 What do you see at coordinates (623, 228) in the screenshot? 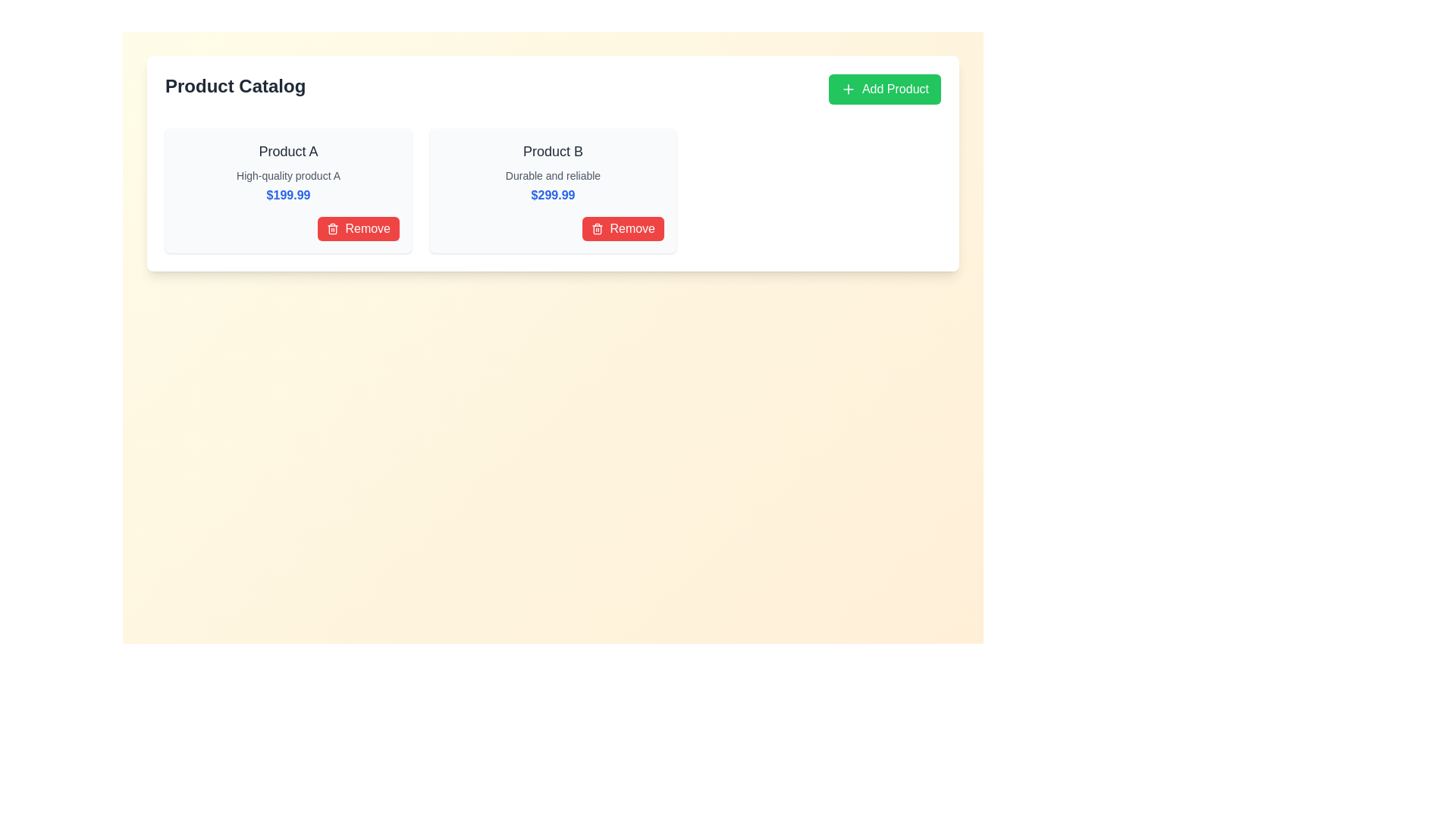
I see `the button that removes the product entry associated with 'Product B' in the second row of the 'Product Catalog' section` at bounding box center [623, 228].